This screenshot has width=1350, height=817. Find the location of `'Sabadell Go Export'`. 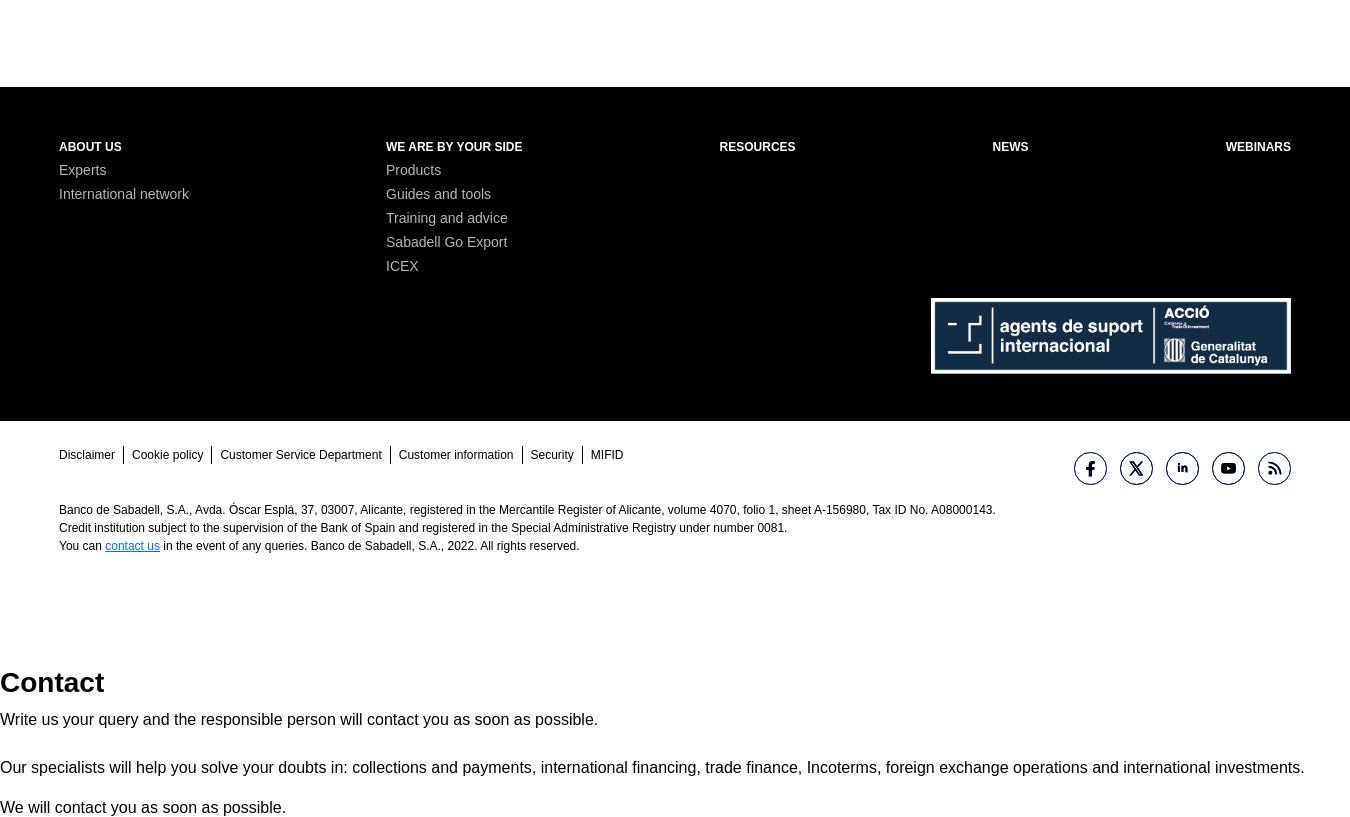

'Sabadell Go Export' is located at coordinates (446, 240).